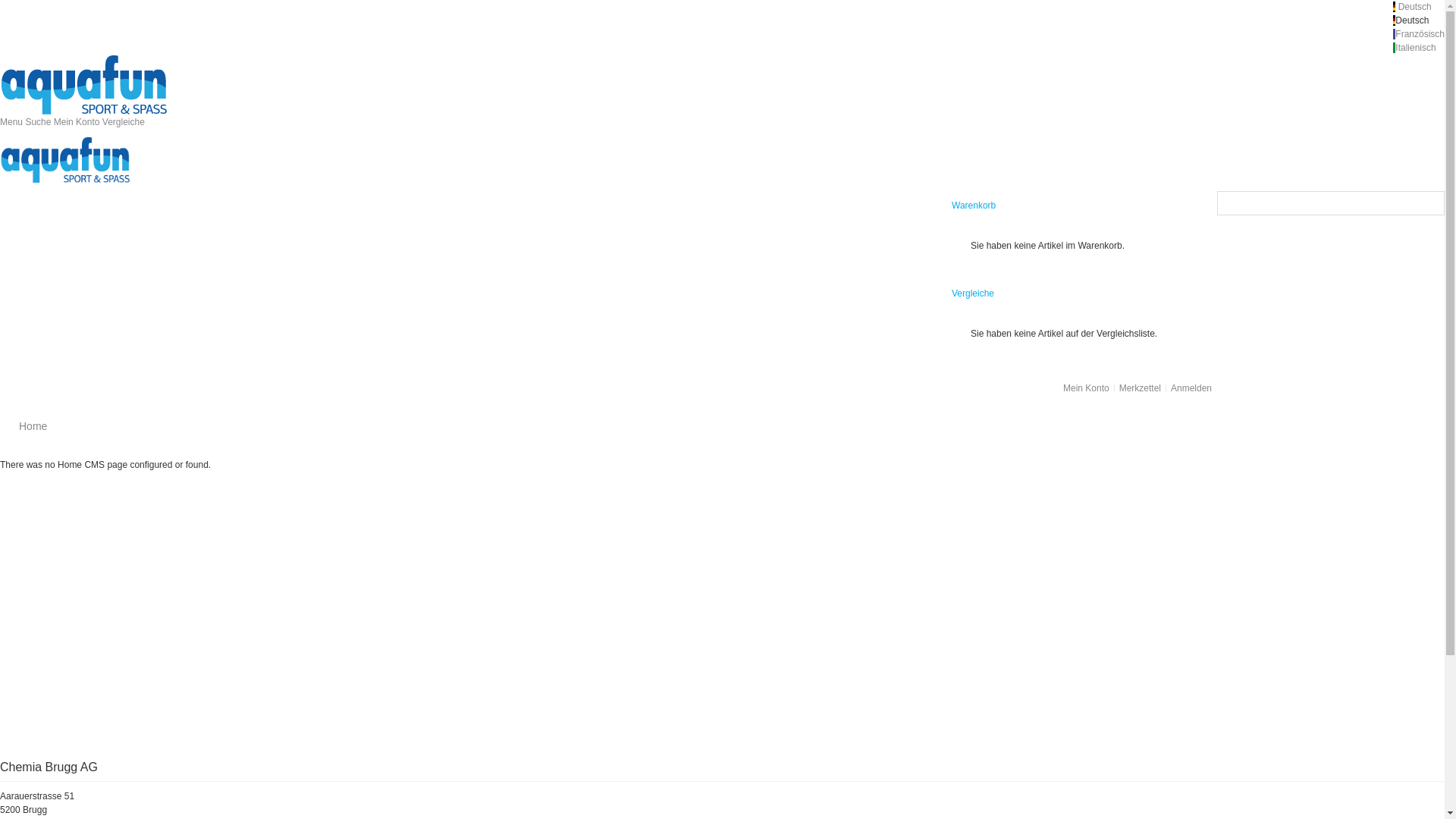 This screenshot has width=1456, height=819. I want to click on ' Italienisch', so click(1414, 46).